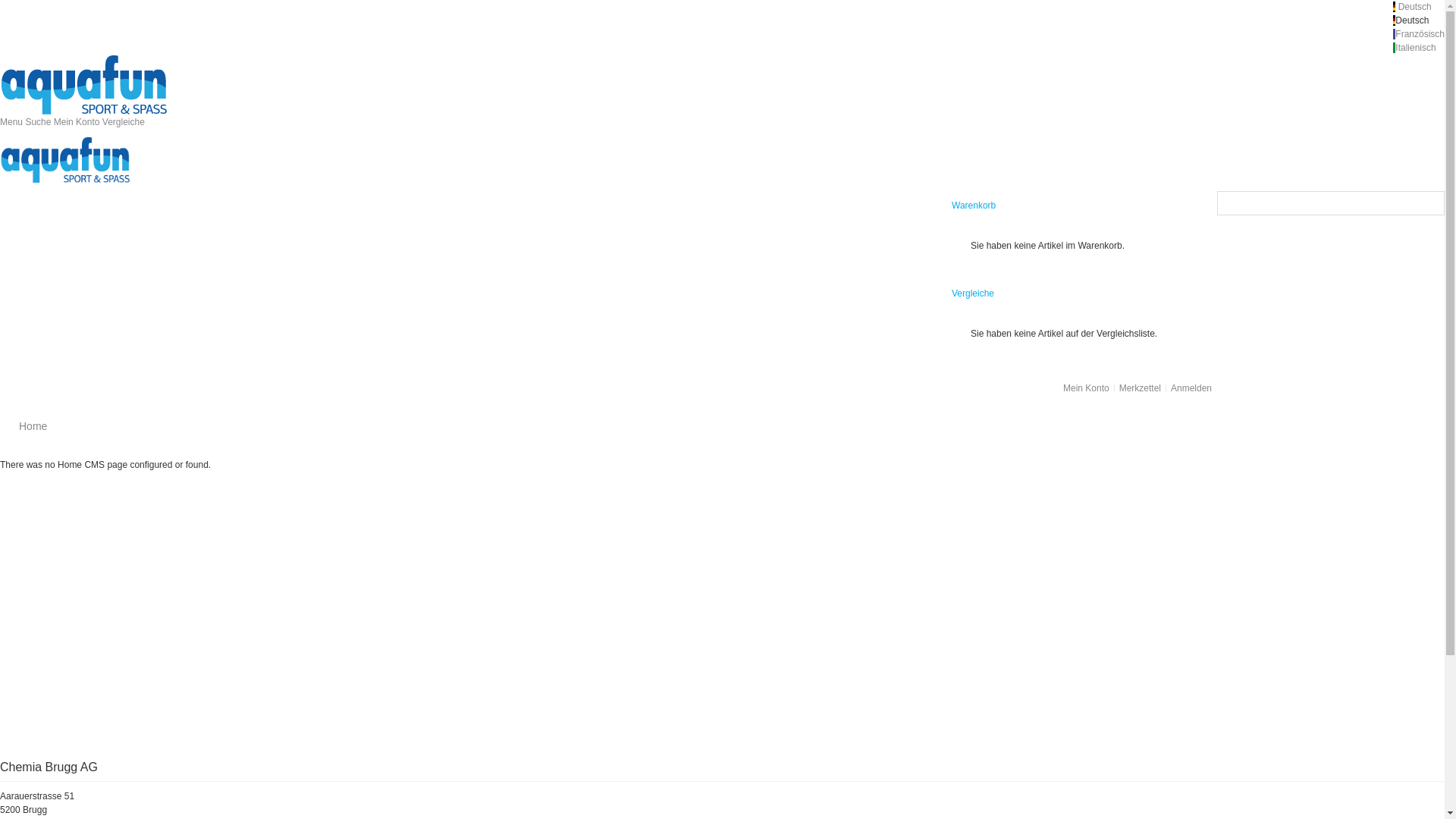 This screenshot has width=1456, height=819. I want to click on ' Italienisch', so click(1414, 46).